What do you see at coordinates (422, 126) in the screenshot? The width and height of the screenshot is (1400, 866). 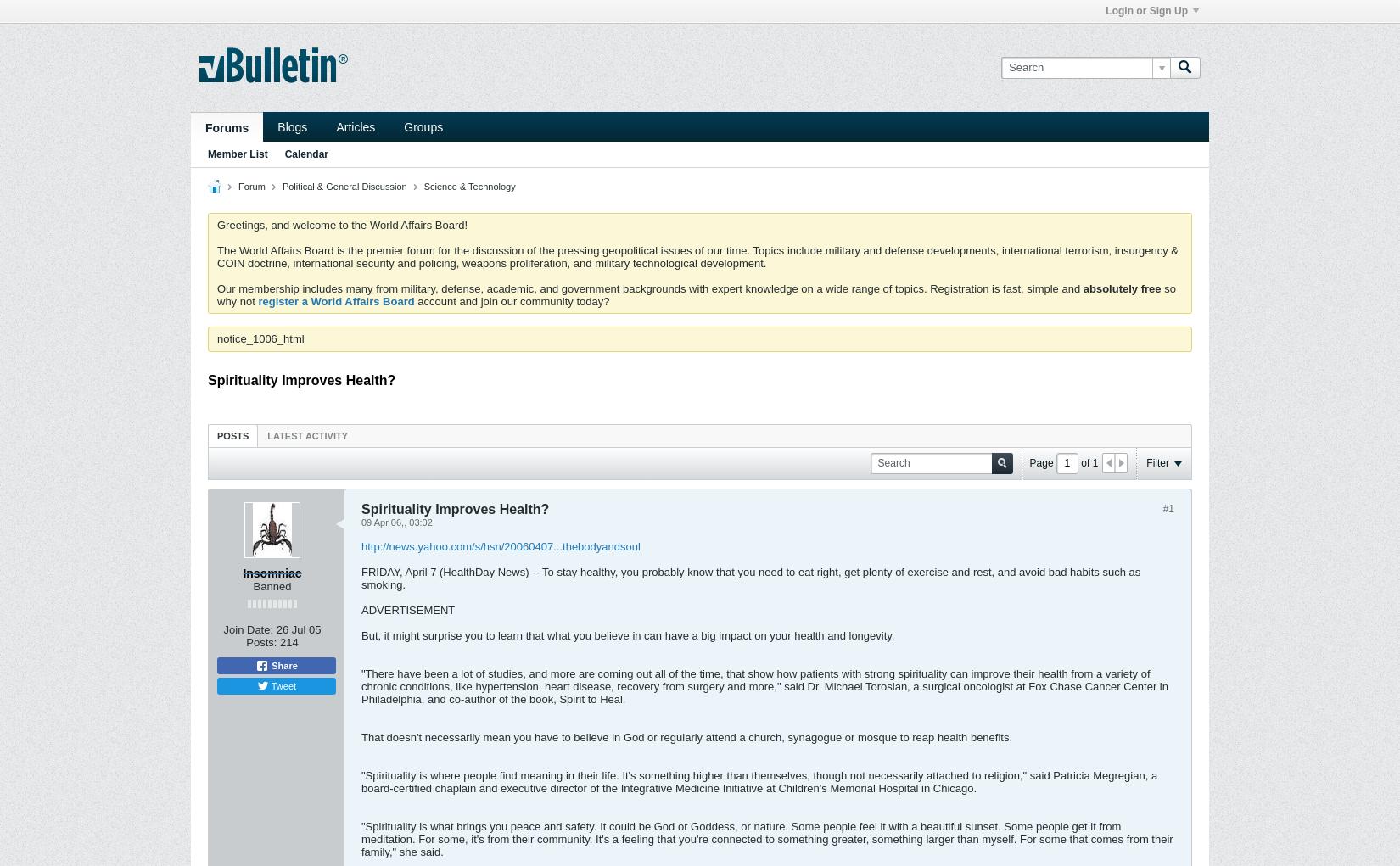 I see `'Groups'` at bounding box center [422, 126].